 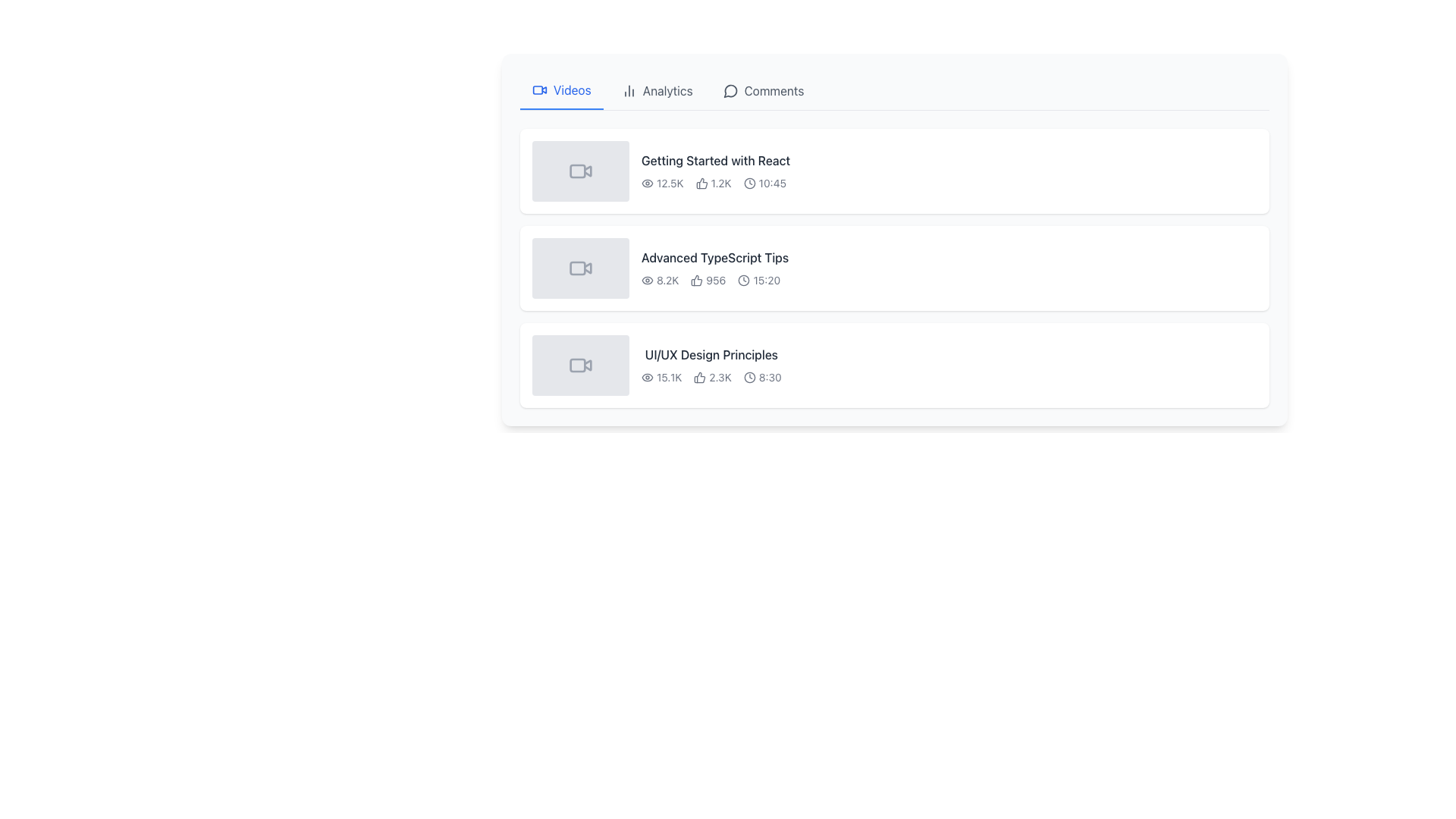 What do you see at coordinates (715, 183) in the screenshot?
I see `the likes count displayed below the title 'Getting Started with React' in the first video tile under the 'Videos' tab, which shows '1.2K' likes` at bounding box center [715, 183].